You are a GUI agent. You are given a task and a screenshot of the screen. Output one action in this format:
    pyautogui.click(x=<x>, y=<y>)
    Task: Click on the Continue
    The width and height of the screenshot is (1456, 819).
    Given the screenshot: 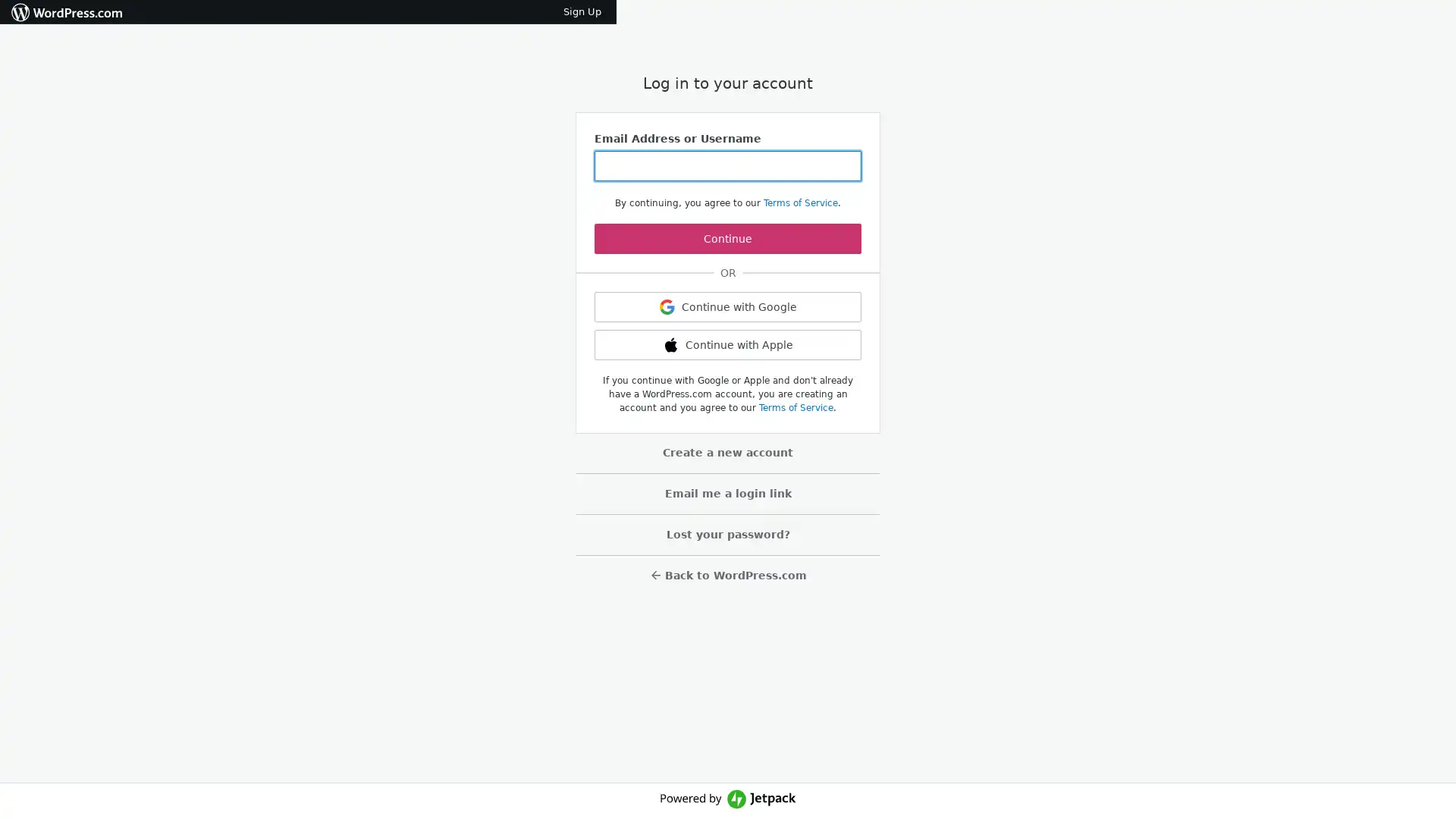 What is the action you would take?
    pyautogui.click(x=728, y=239)
    